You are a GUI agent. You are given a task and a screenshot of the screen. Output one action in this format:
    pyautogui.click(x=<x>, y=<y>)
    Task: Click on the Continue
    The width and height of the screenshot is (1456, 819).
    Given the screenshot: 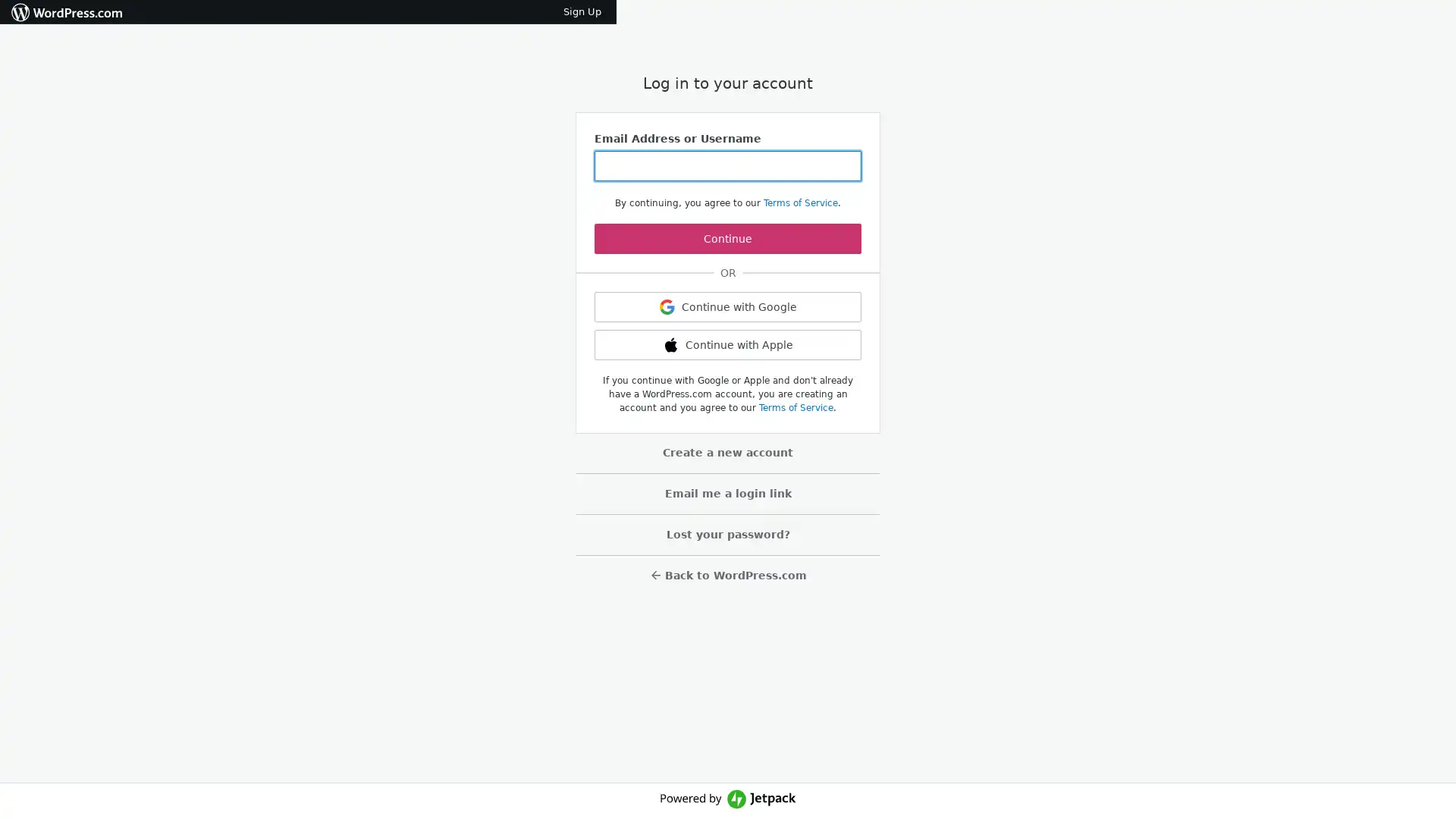 What is the action you would take?
    pyautogui.click(x=728, y=239)
    